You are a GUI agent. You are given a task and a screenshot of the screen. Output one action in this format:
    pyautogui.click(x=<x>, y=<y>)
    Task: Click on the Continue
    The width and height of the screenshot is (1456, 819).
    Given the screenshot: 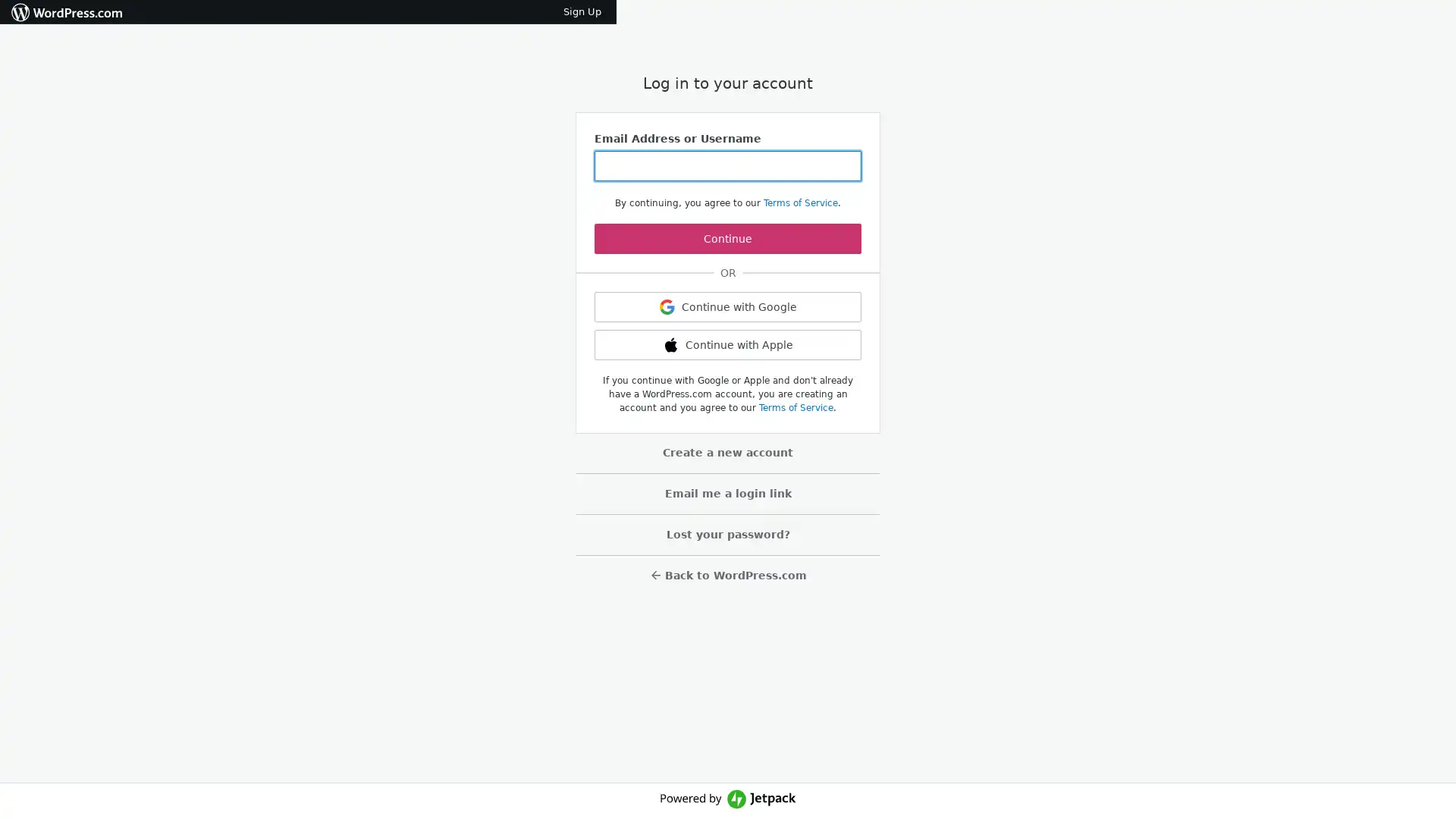 What is the action you would take?
    pyautogui.click(x=728, y=239)
    